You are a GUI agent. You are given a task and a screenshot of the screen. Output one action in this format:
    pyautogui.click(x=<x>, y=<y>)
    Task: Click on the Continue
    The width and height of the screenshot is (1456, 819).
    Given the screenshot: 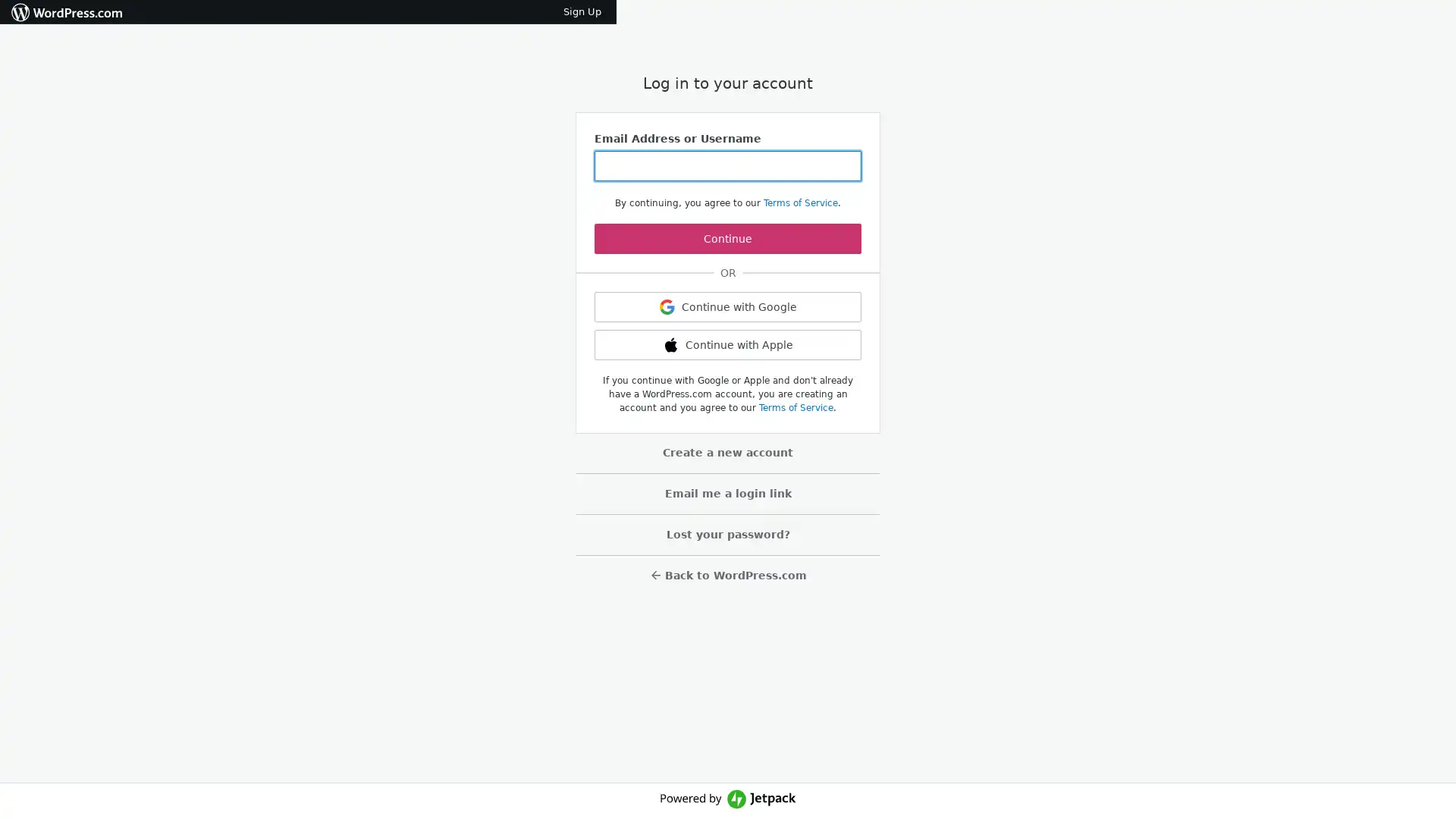 What is the action you would take?
    pyautogui.click(x=728, y=239)
    